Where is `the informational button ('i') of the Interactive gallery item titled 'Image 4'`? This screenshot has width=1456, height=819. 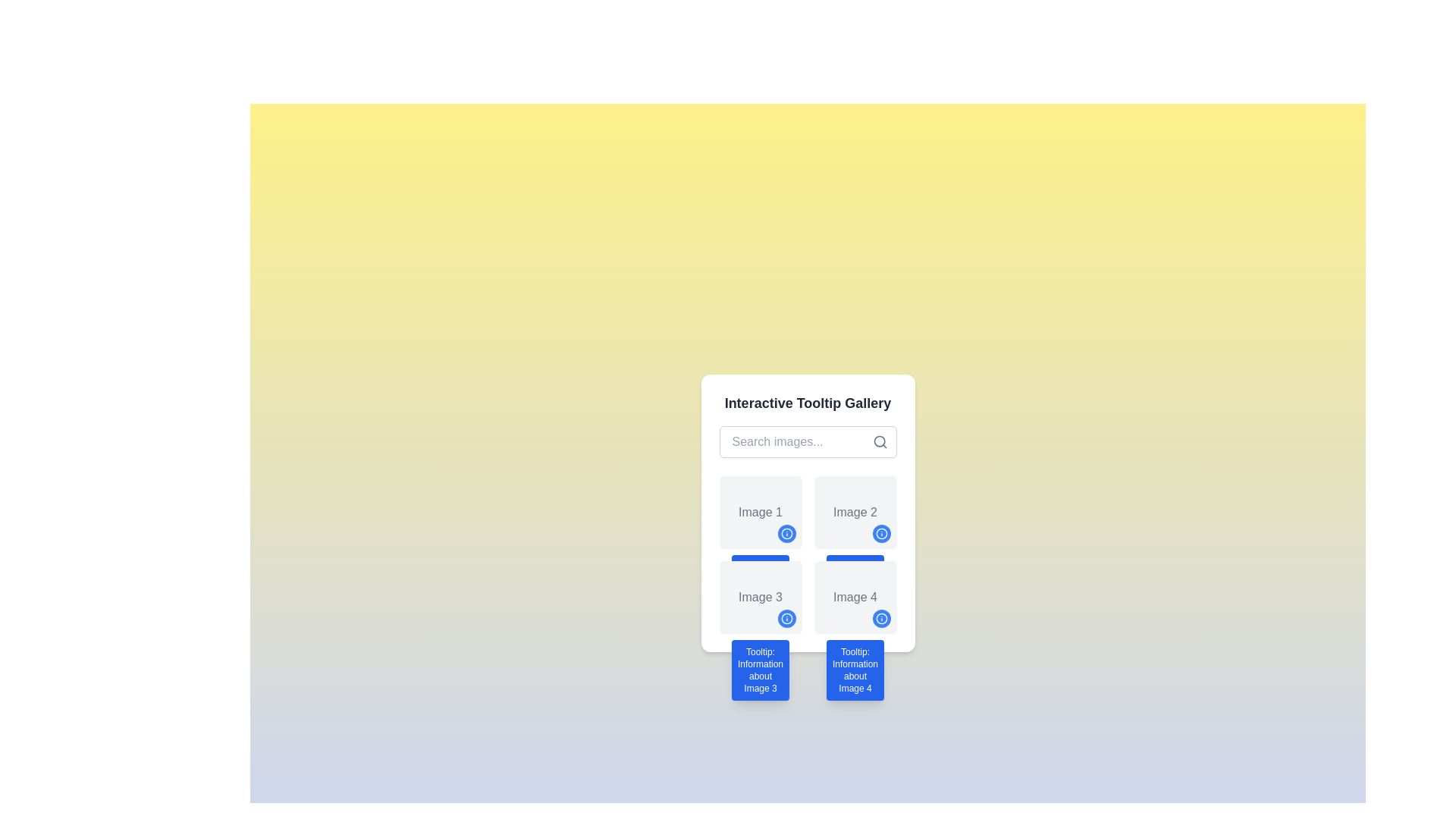 the informational button ('i') of the Interactive gallery item titled 'Image 4' is located at coordinates (855, 596).